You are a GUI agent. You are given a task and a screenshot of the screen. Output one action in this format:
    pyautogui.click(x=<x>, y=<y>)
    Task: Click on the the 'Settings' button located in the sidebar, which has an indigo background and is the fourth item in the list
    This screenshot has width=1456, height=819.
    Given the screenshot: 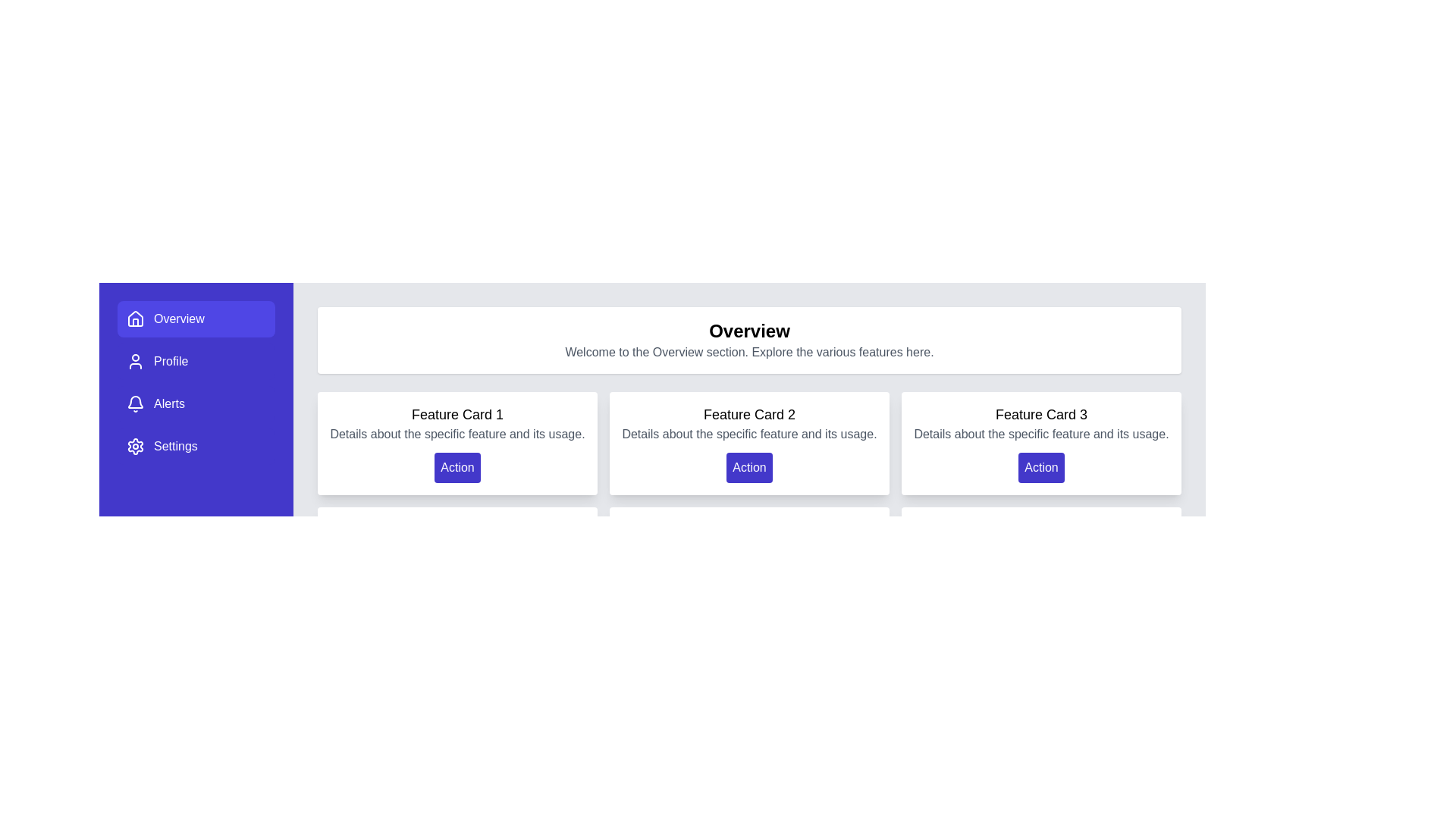 What is the action you would take?
    pyautogui.click(x=196, y=446)
    